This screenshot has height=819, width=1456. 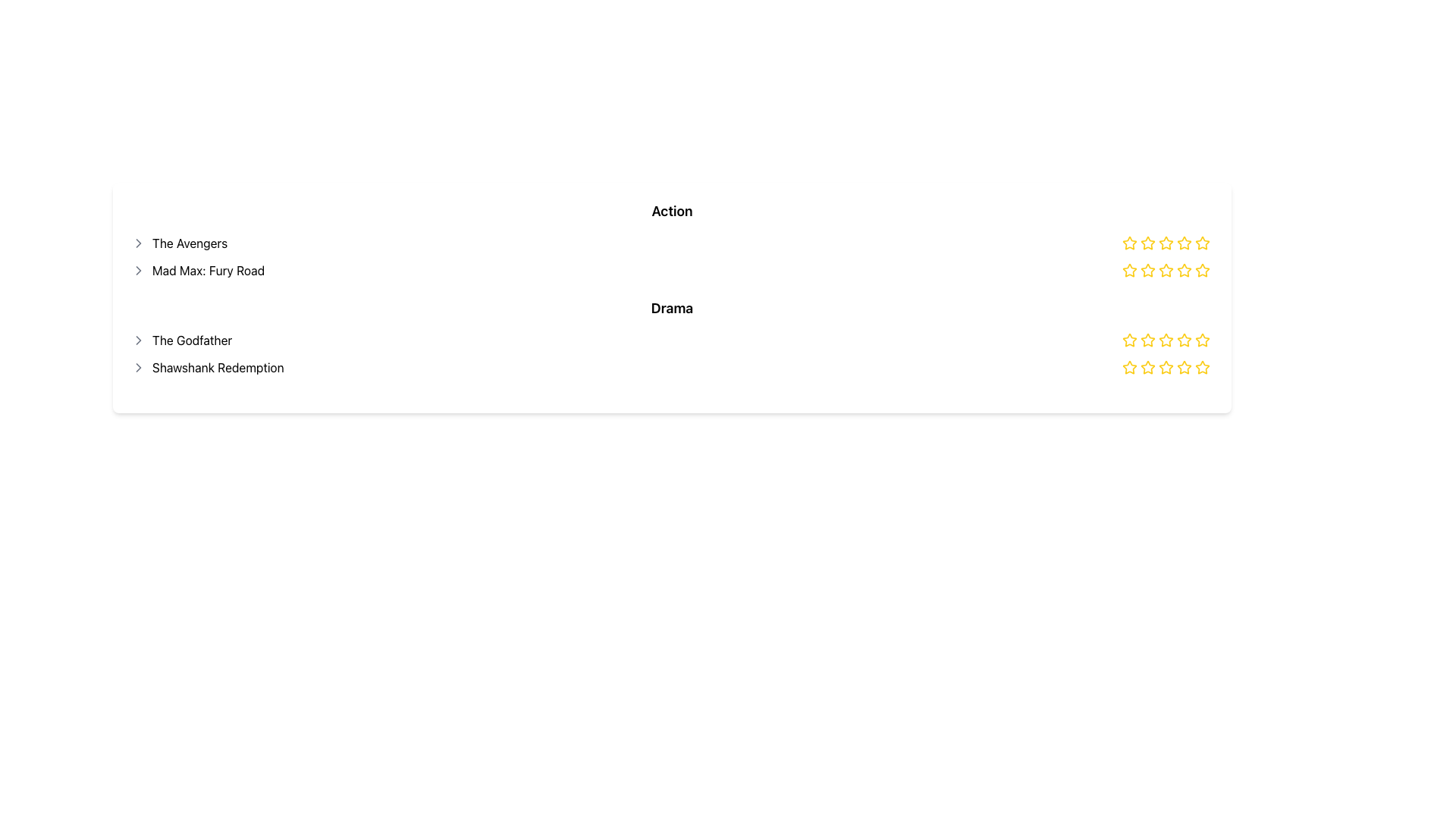 What do you see at coordinates (1128, 338) in the screenshot?
I see `the first rating star icon for the movie 'The Godfather' in the Drama category` at bounding box center [1128, 338].